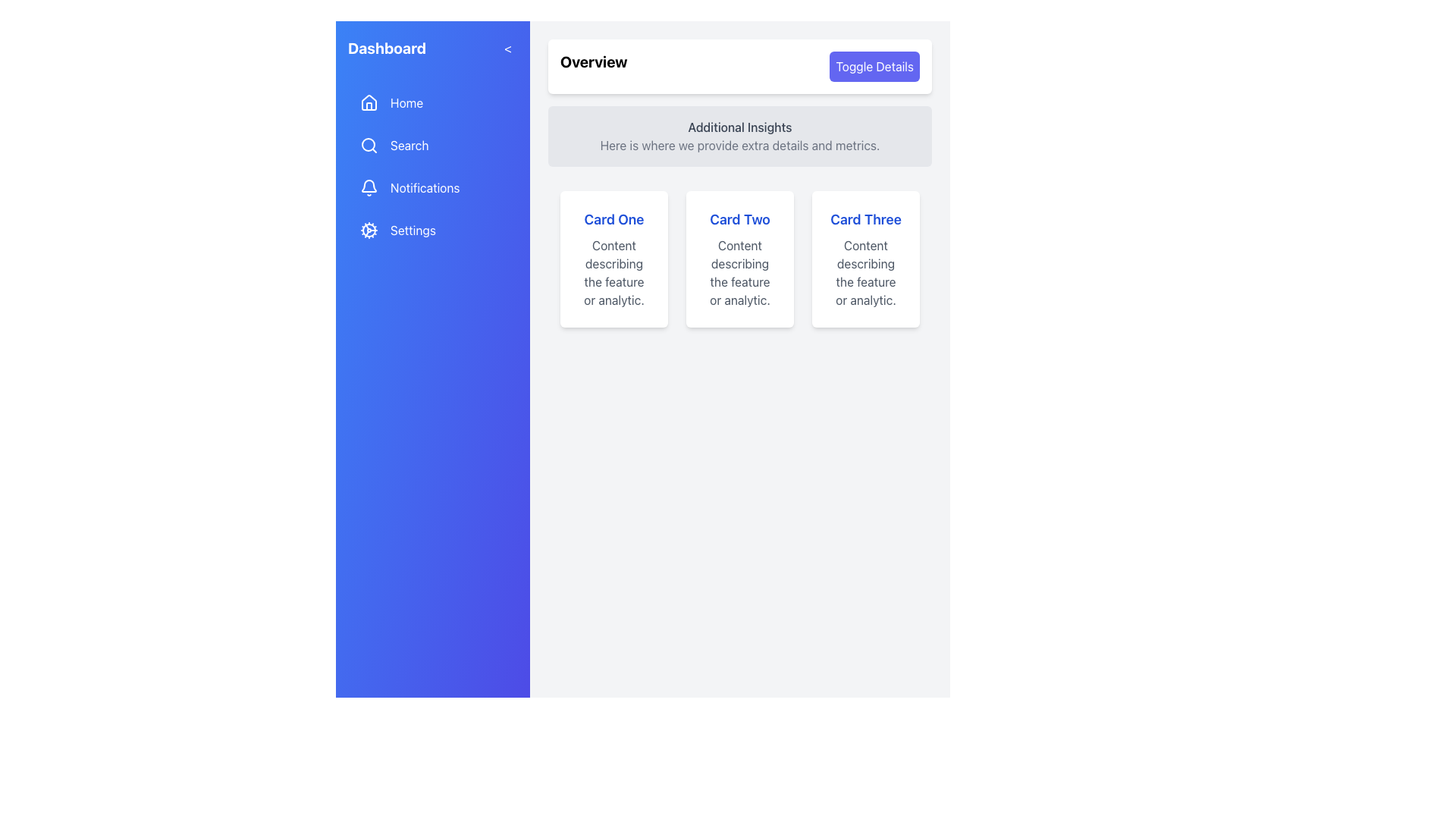 This screenshot has width=1456, height=819. What do you see at coordinates (739, 219) in the screenshot?
I see `the text label 'Card Two' which is styled with a bold font and blue color, located at the top of the second card in a row of three cards, for accessibility features` at bounding box center [739, 219].